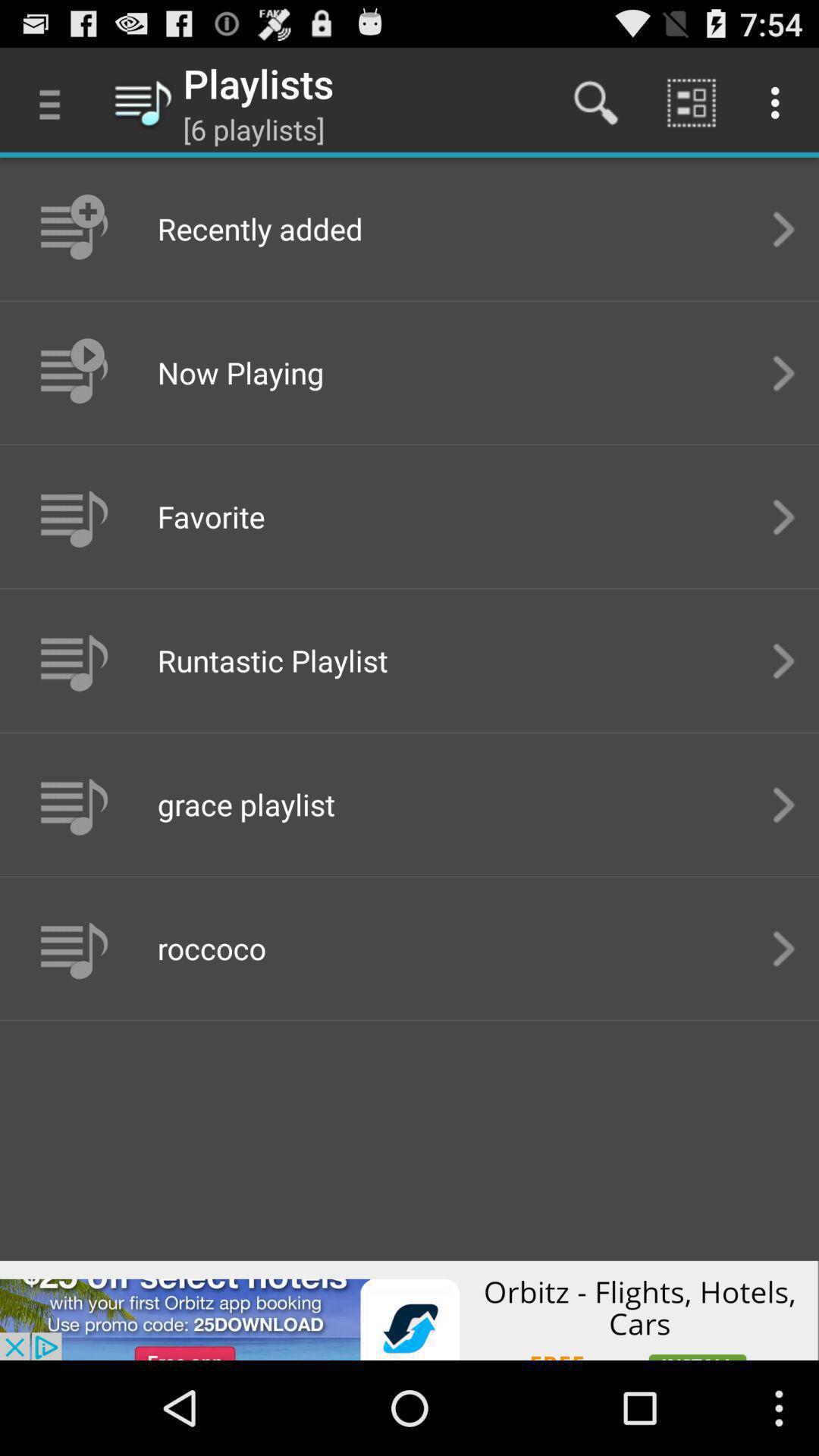 This screenshot has height=1456, width=819. I want to click on the playlist icon which is beside playlists, so click(143, 101).